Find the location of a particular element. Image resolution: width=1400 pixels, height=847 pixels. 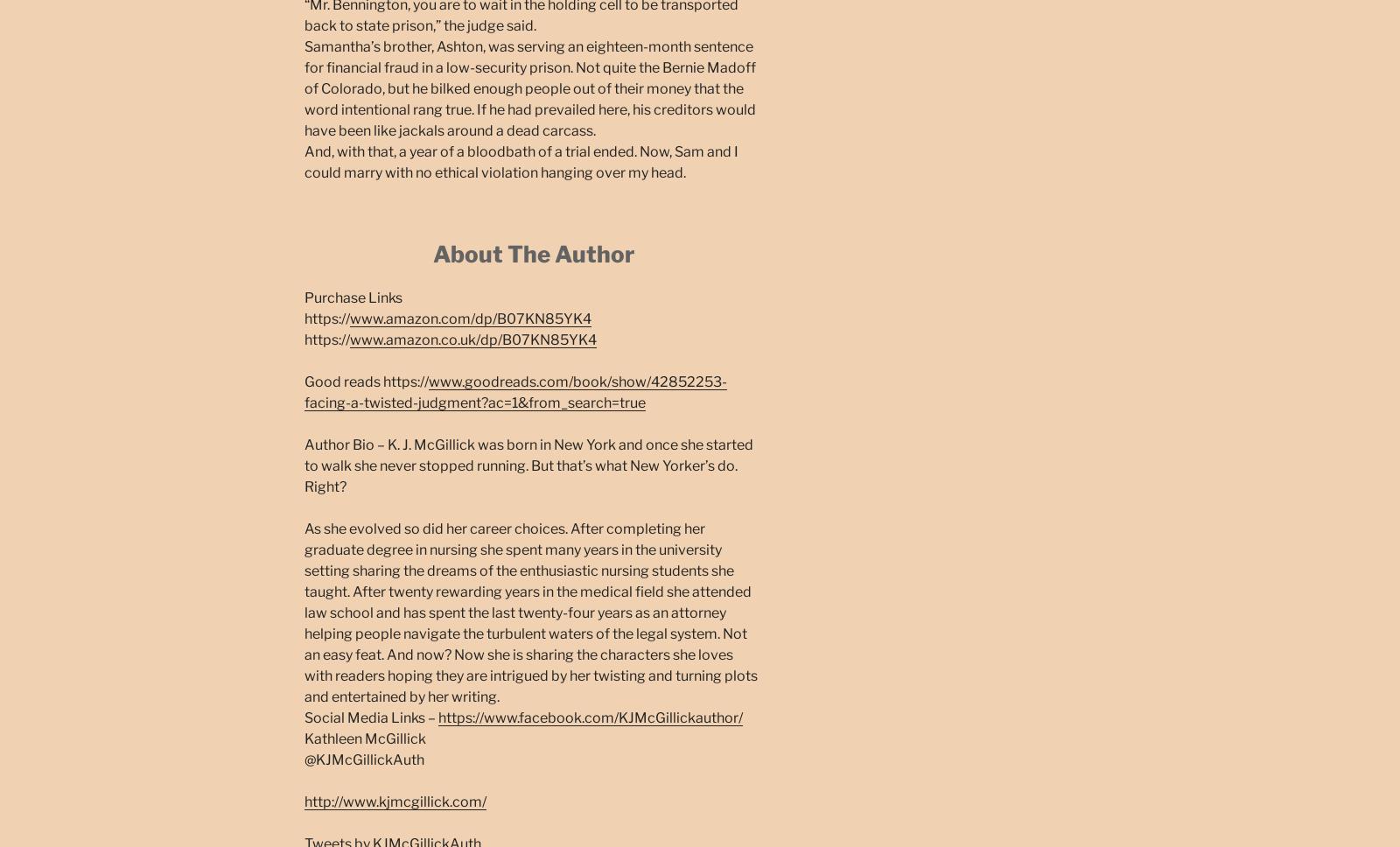

'Good reads https://' is located at coordinates (366, 381).